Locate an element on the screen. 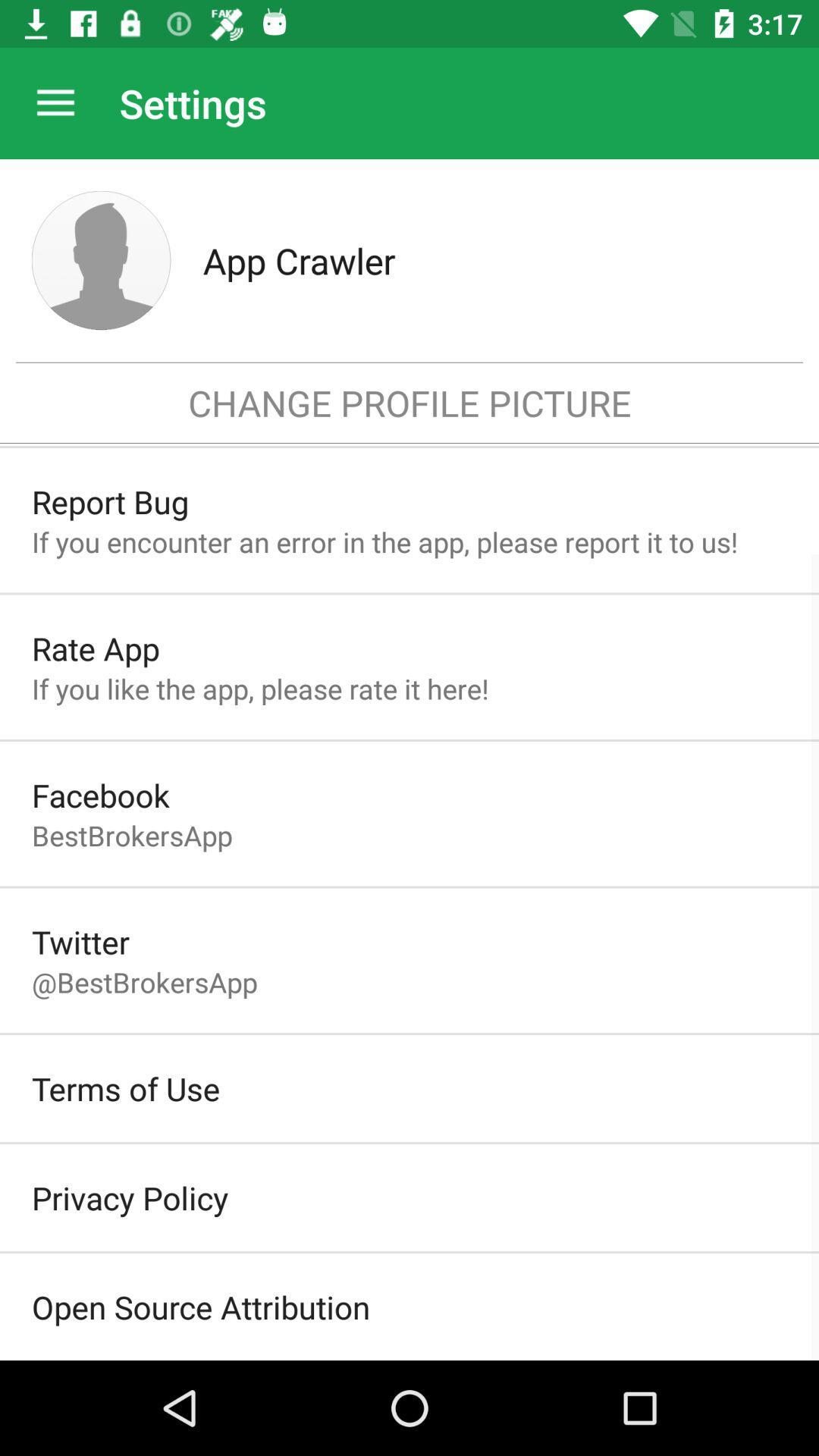 The height and width of the screenshot is (1456, 819). open source attribution item is located at coordinates (200, 1306).